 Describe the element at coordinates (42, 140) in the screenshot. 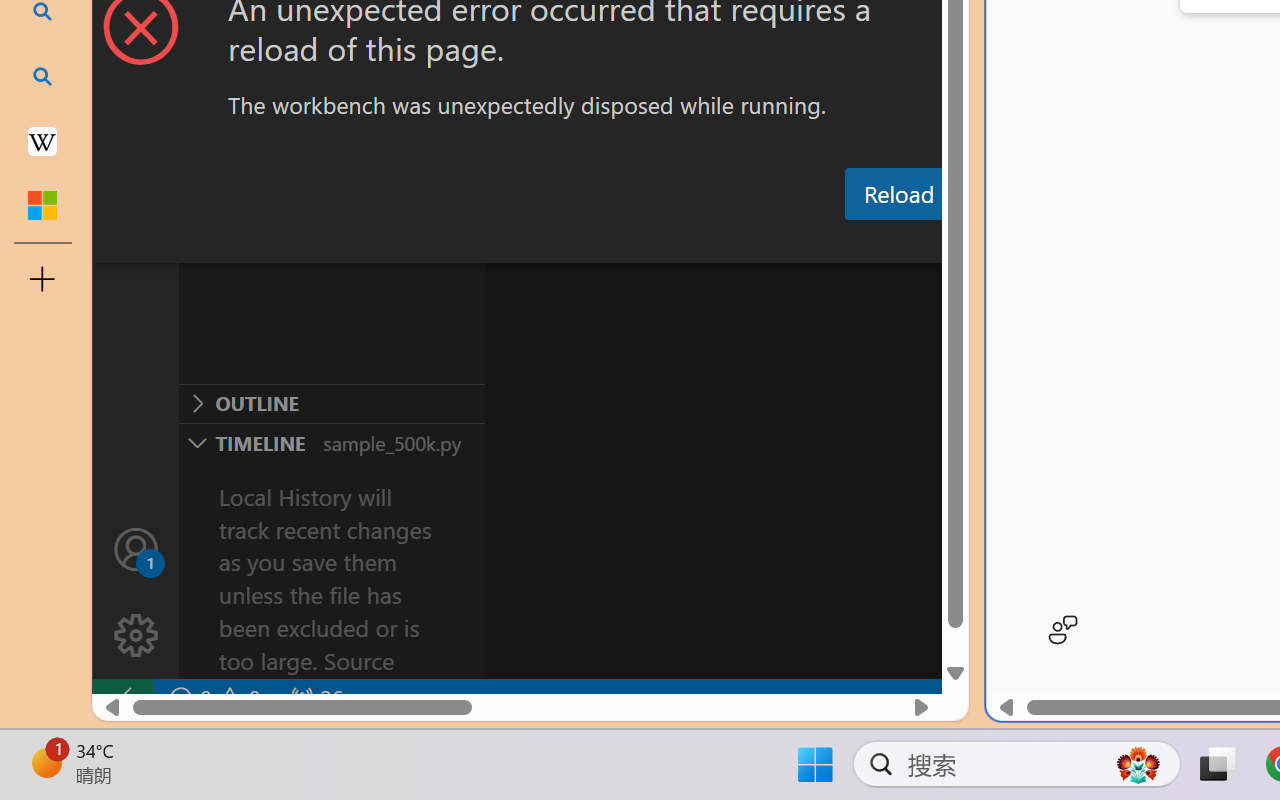

I see `'Earth - Wikipedia'` at that location.